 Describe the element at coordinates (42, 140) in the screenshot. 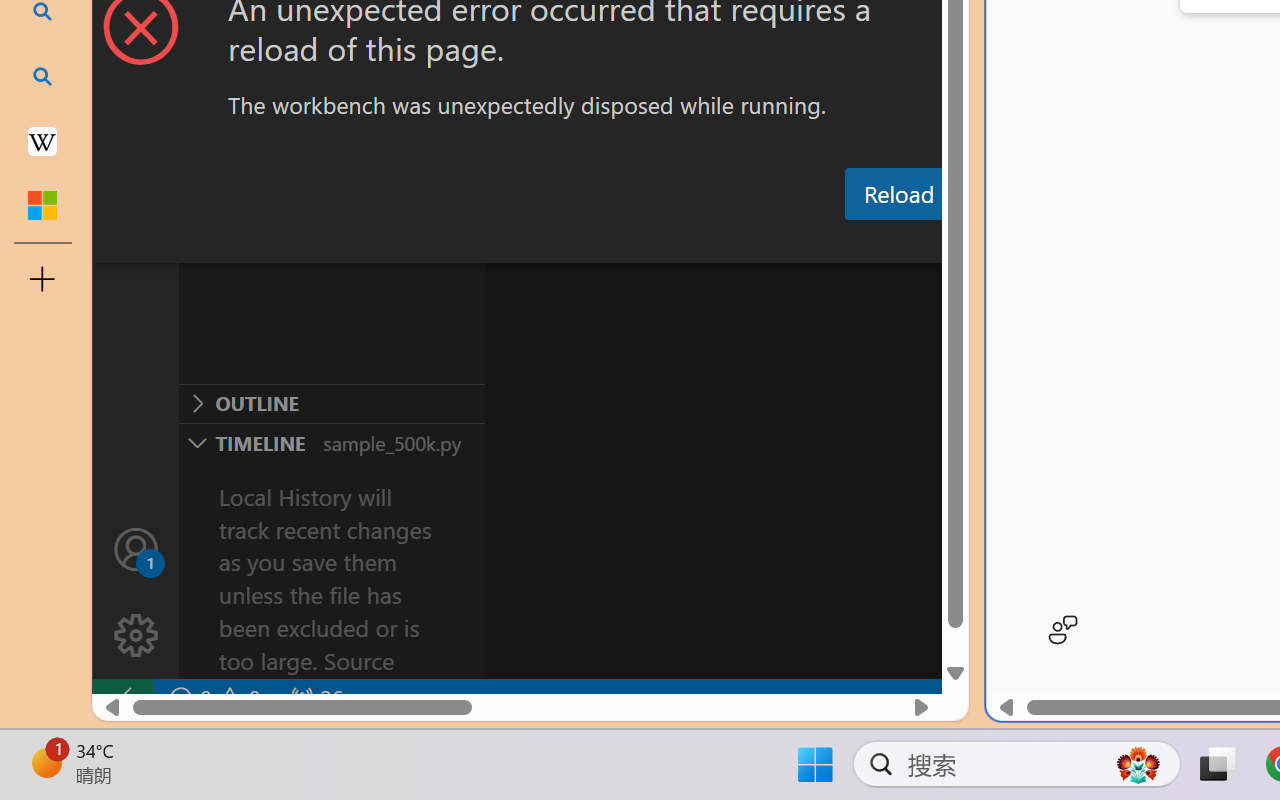

I see `'Earth - Wikipedia'` at that location.